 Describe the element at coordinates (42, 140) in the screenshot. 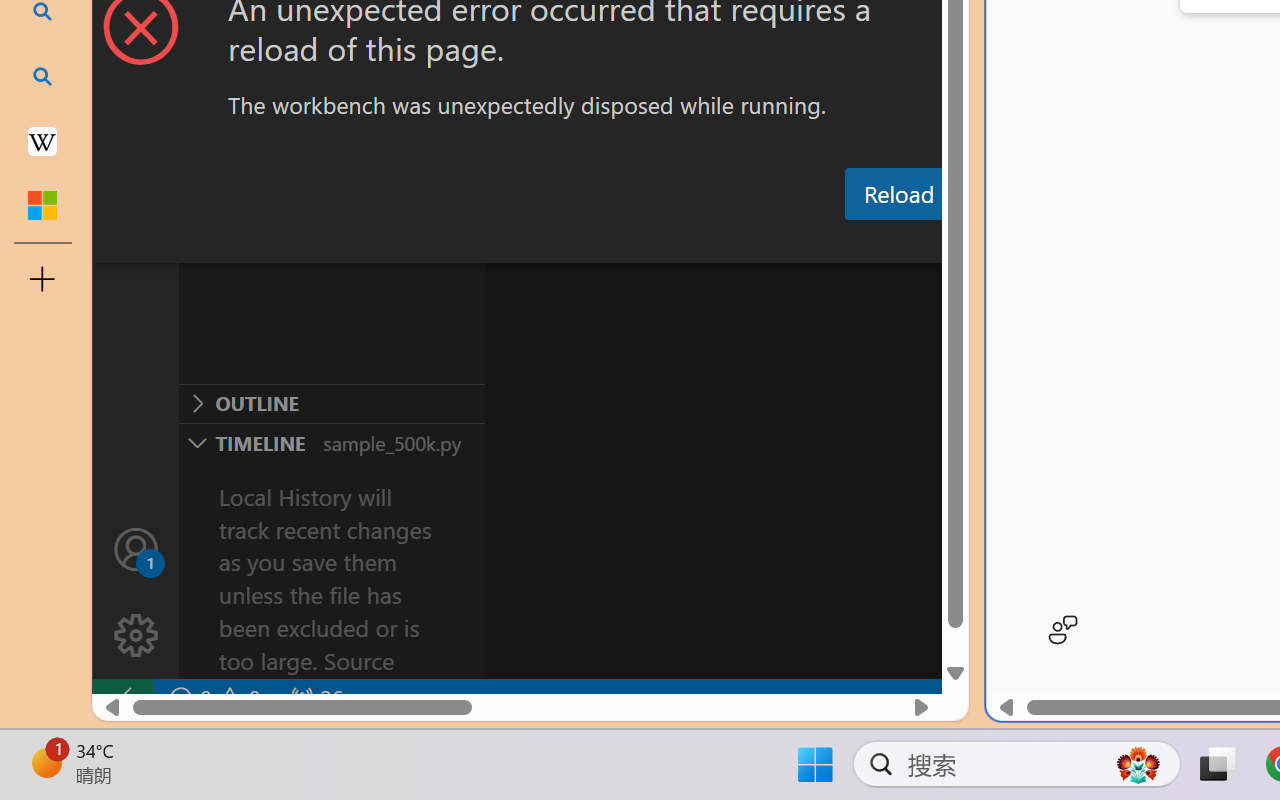

I see `'Earth - Wikipedia'` at that location.